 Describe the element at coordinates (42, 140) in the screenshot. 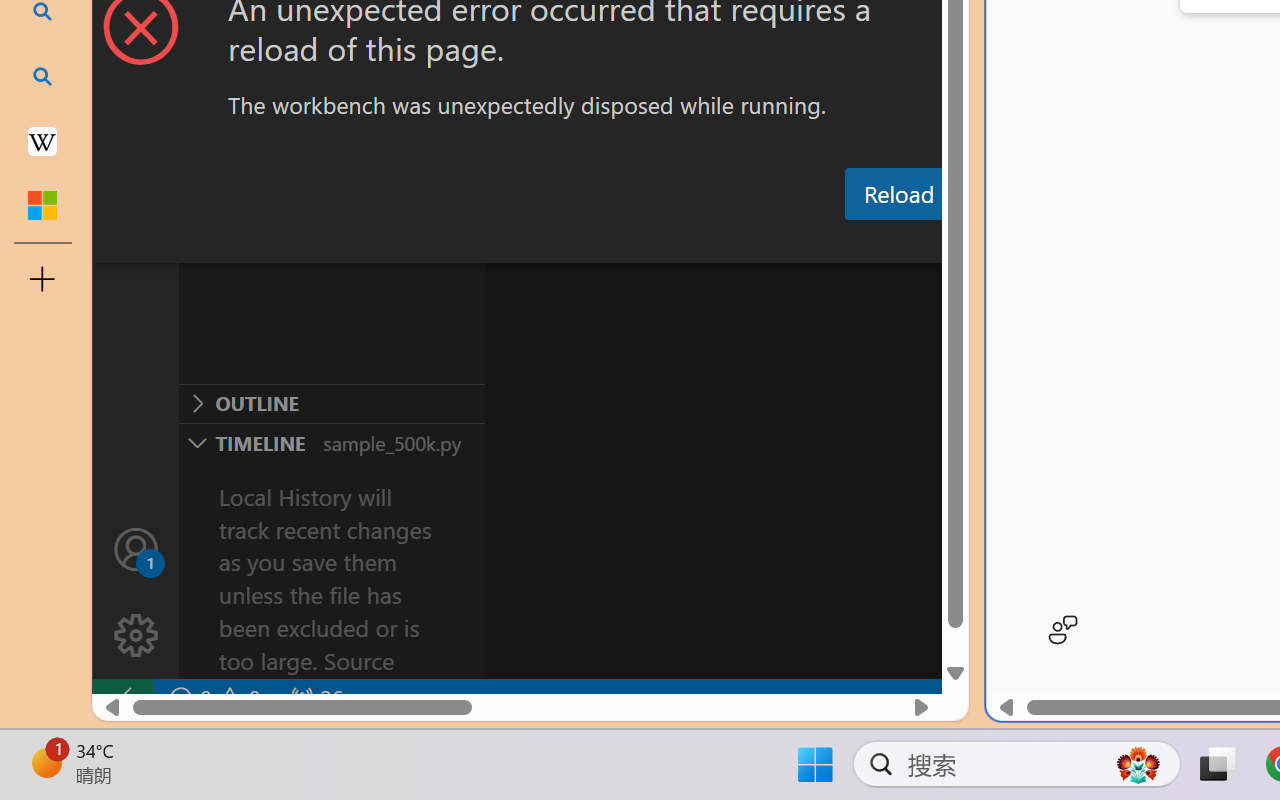

I see `'Earth - Wikipedia'` at that location.